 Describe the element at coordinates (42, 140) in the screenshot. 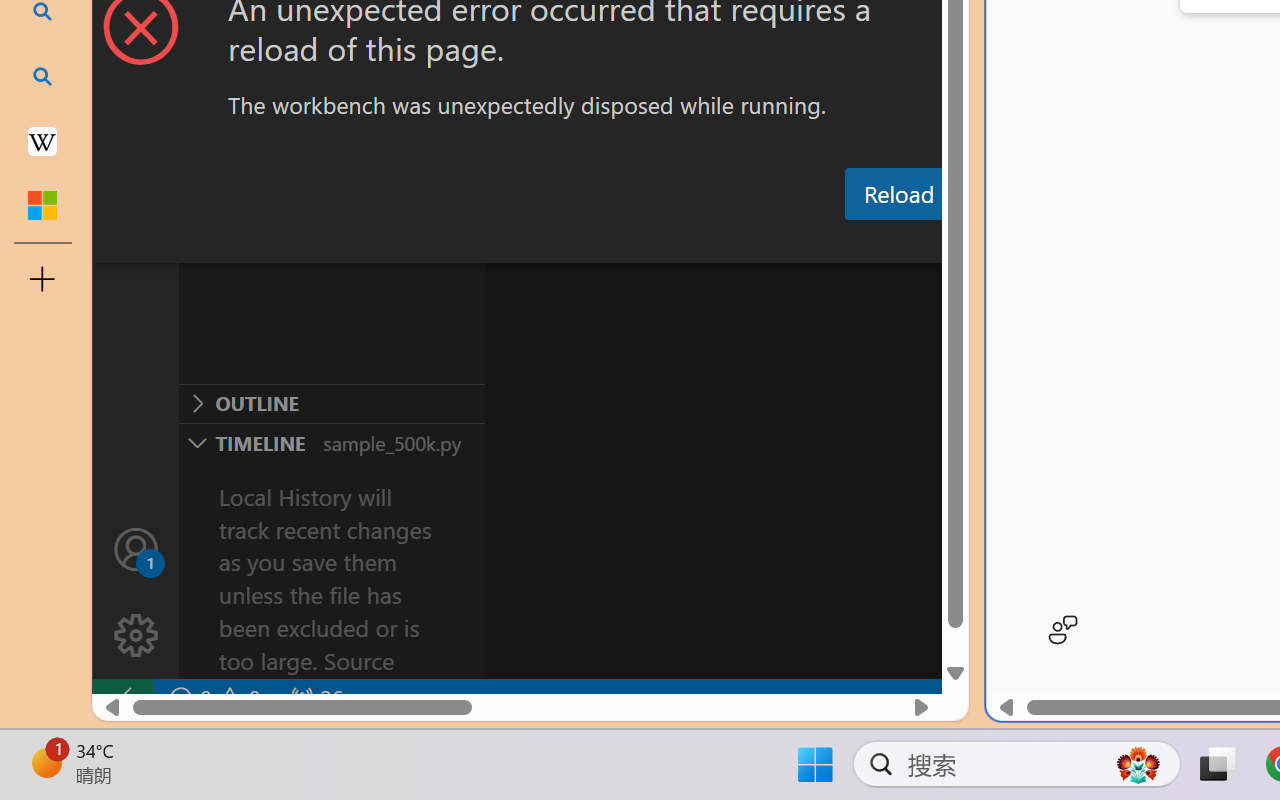

I see `'Earth - Wikipedia'` at that location.